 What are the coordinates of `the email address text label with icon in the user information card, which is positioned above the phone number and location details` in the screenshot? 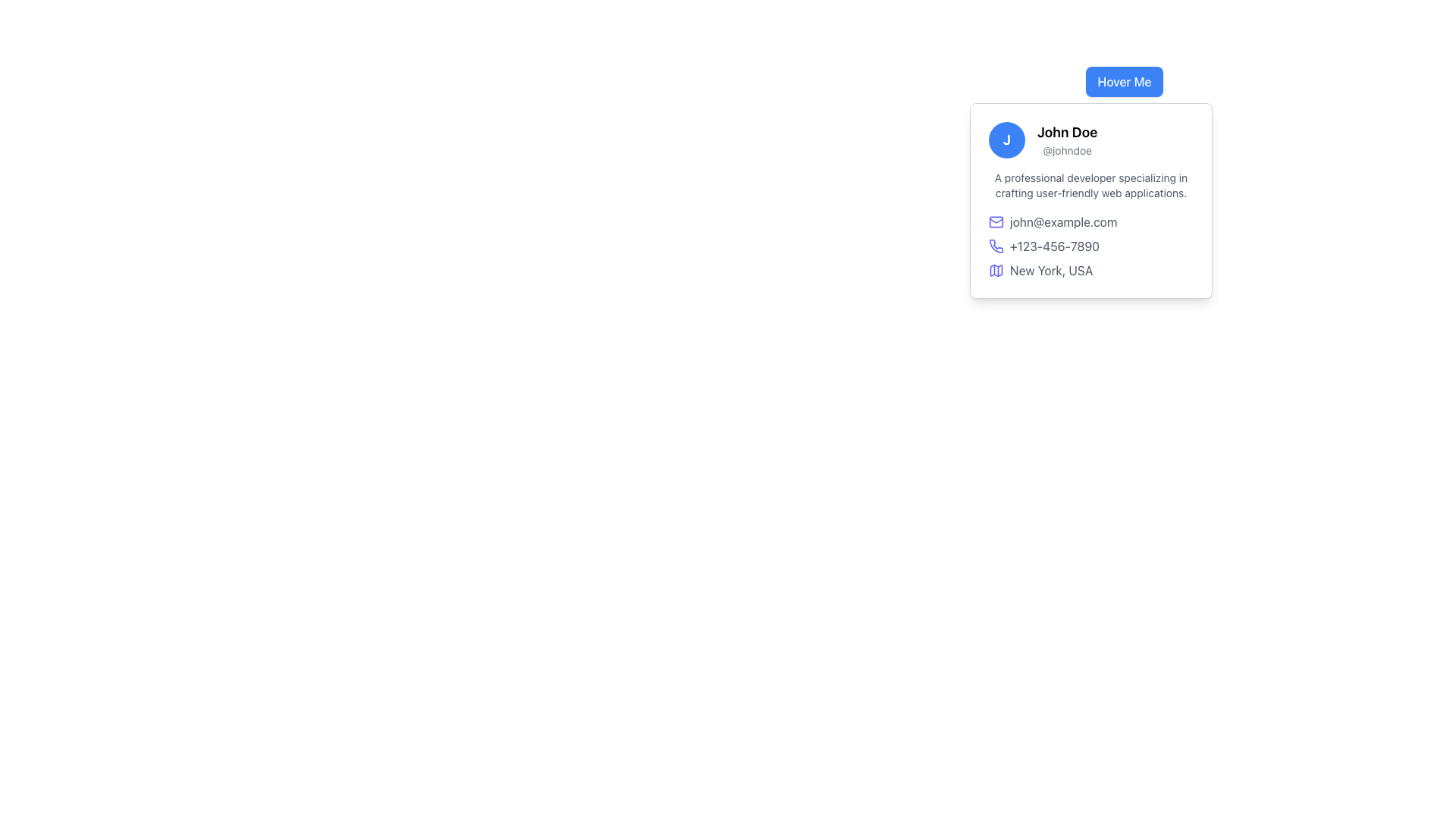 It's located at (1090, 222).